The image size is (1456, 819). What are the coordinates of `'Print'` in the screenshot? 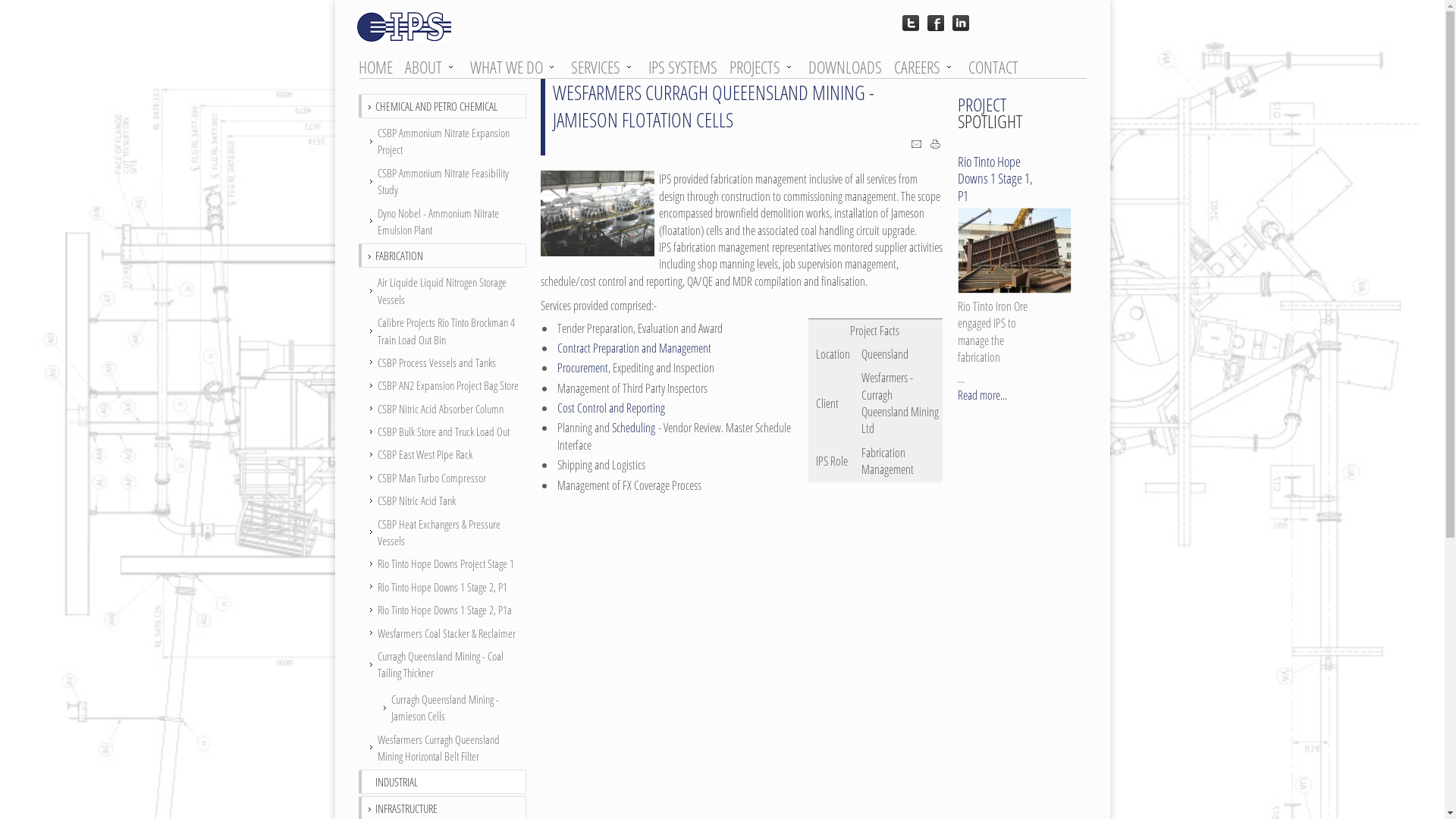 It's located at (934, 146).